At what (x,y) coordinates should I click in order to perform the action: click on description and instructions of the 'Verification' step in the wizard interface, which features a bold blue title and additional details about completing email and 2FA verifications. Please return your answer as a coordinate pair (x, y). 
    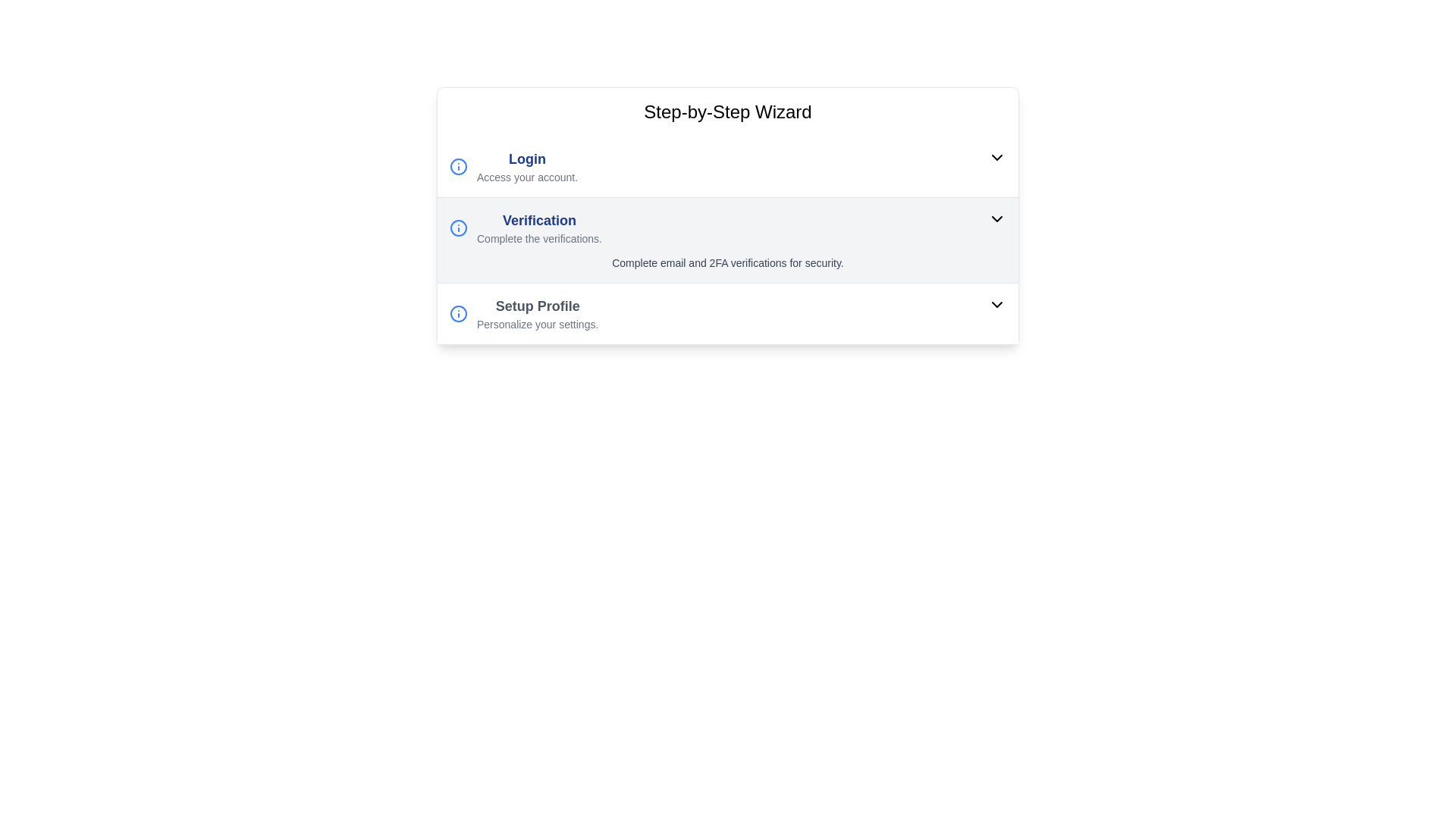
    Looking at the image, I should click on (728, 240).